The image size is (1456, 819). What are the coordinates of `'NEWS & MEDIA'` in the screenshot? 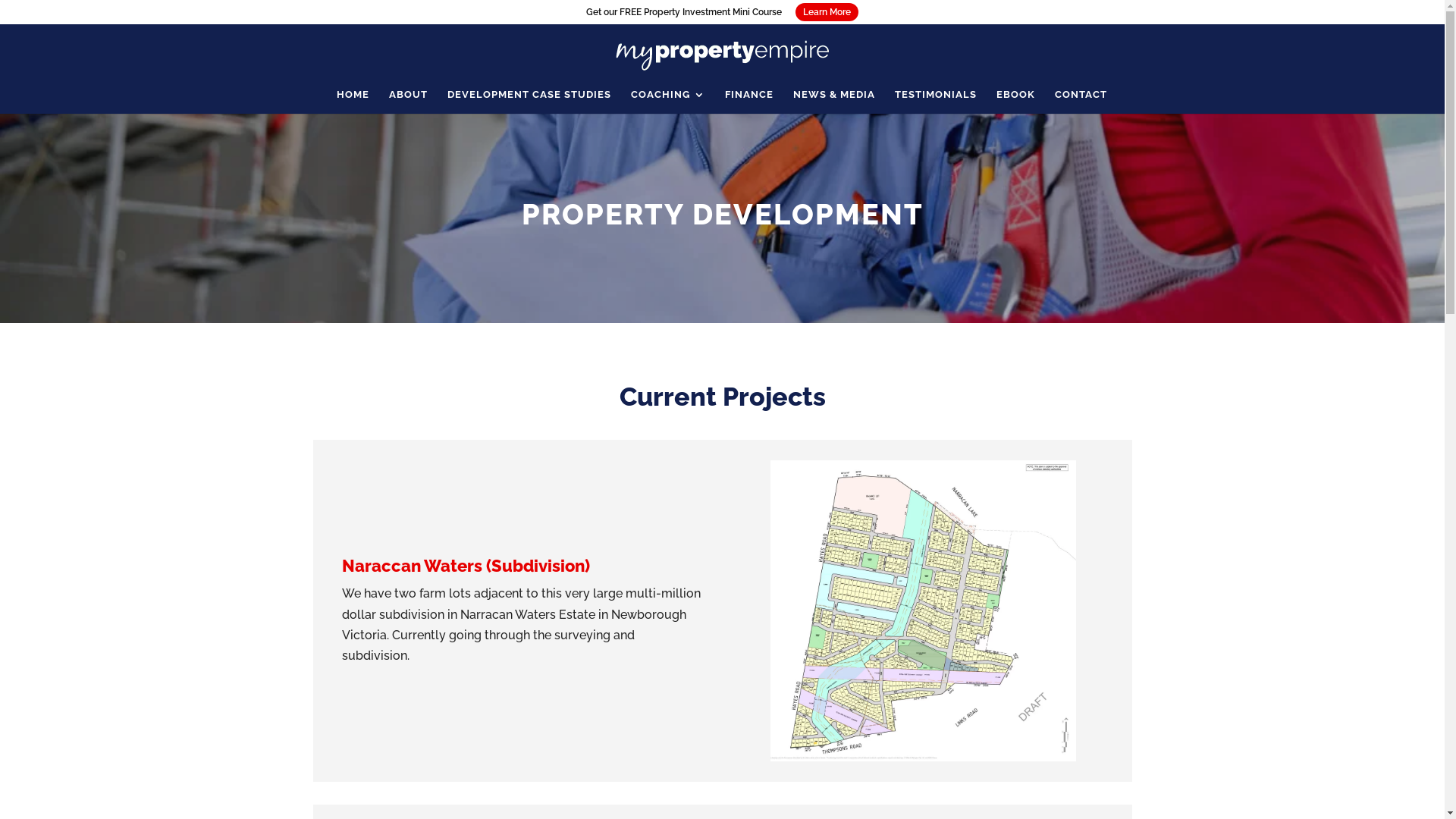 It's located at (833, 102).